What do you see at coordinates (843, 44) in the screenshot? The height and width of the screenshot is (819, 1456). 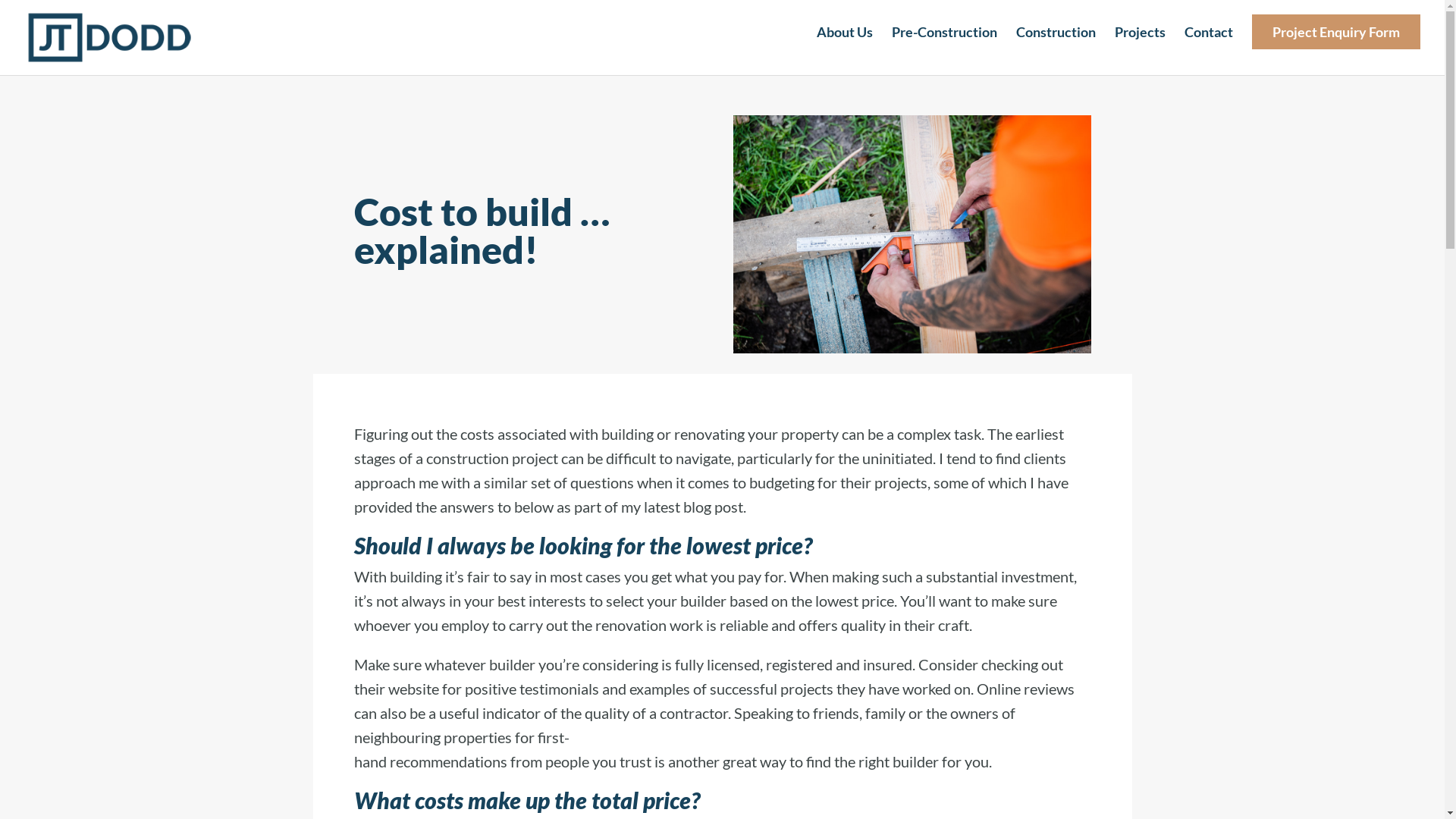 I see `'About Us'` at bounding box center [843, 44].